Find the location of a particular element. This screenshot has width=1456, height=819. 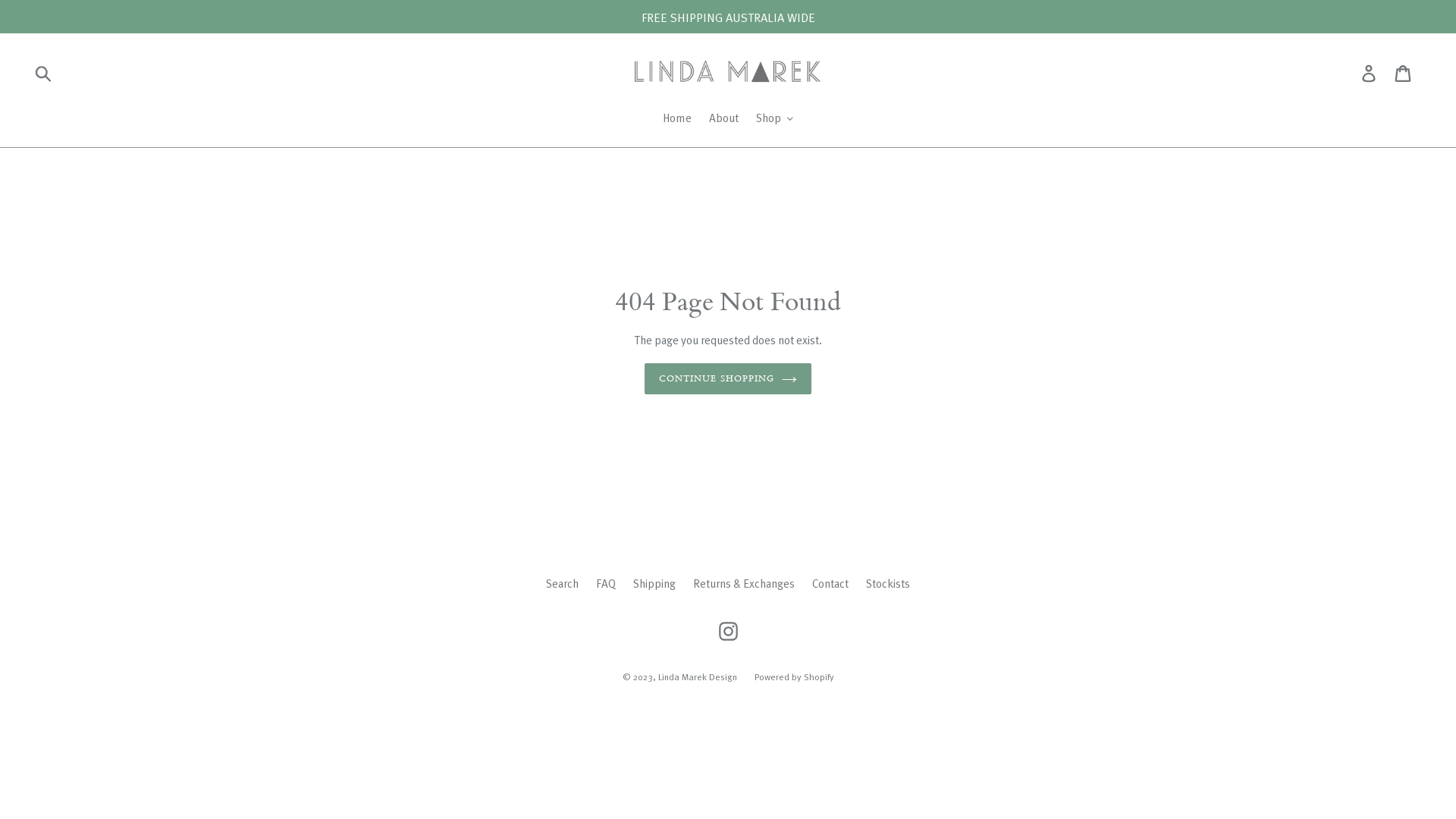

'Powered by Shopify' is located at coordinates (792, 675).